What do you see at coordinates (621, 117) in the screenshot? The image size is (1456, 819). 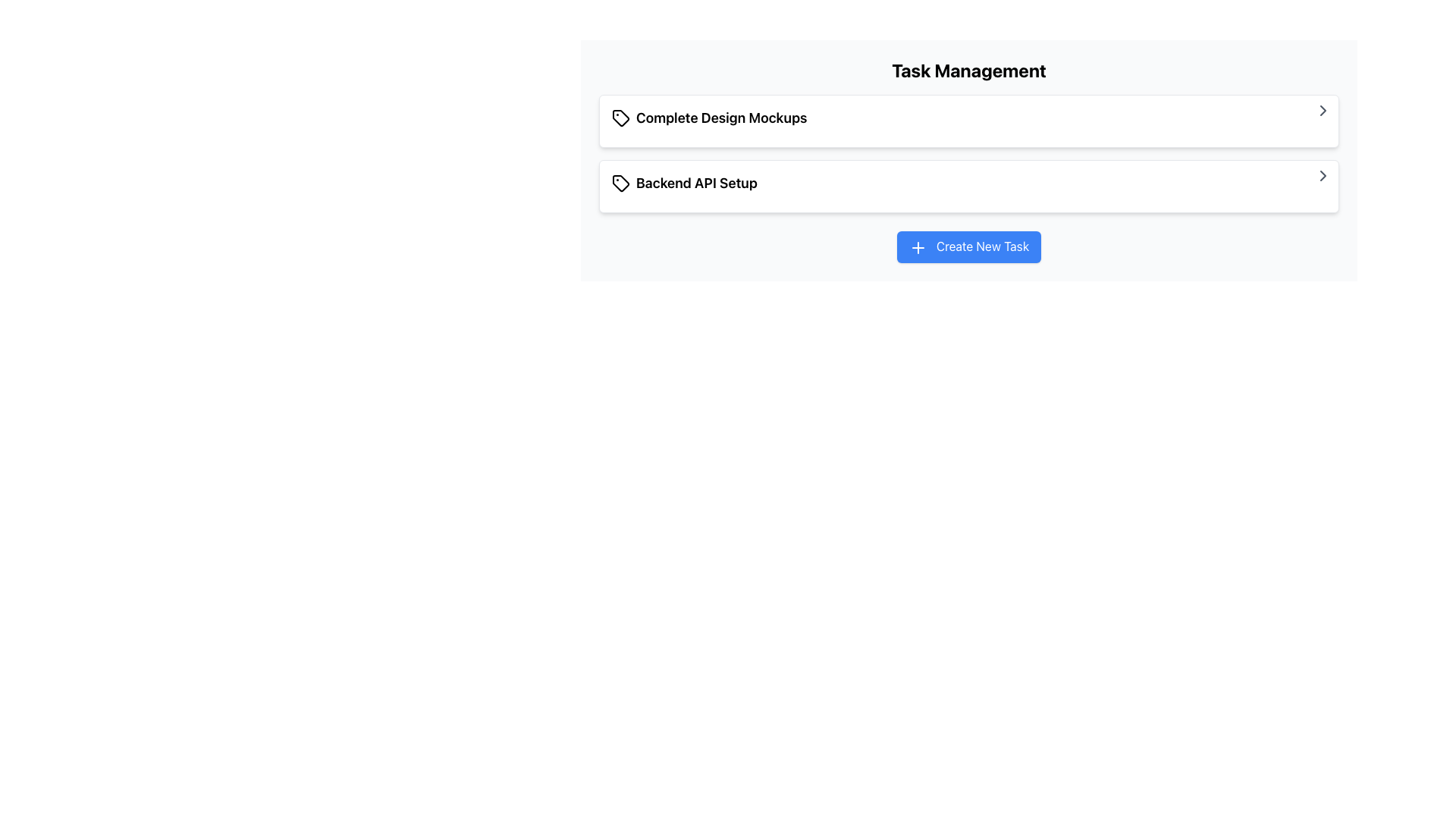 I see `the outlined vector graphic of a tag icon, which is positioned to the left of the 'Complete Design Mockups' title text, to potentially view a tooltip` at bounding box center [621, 117].